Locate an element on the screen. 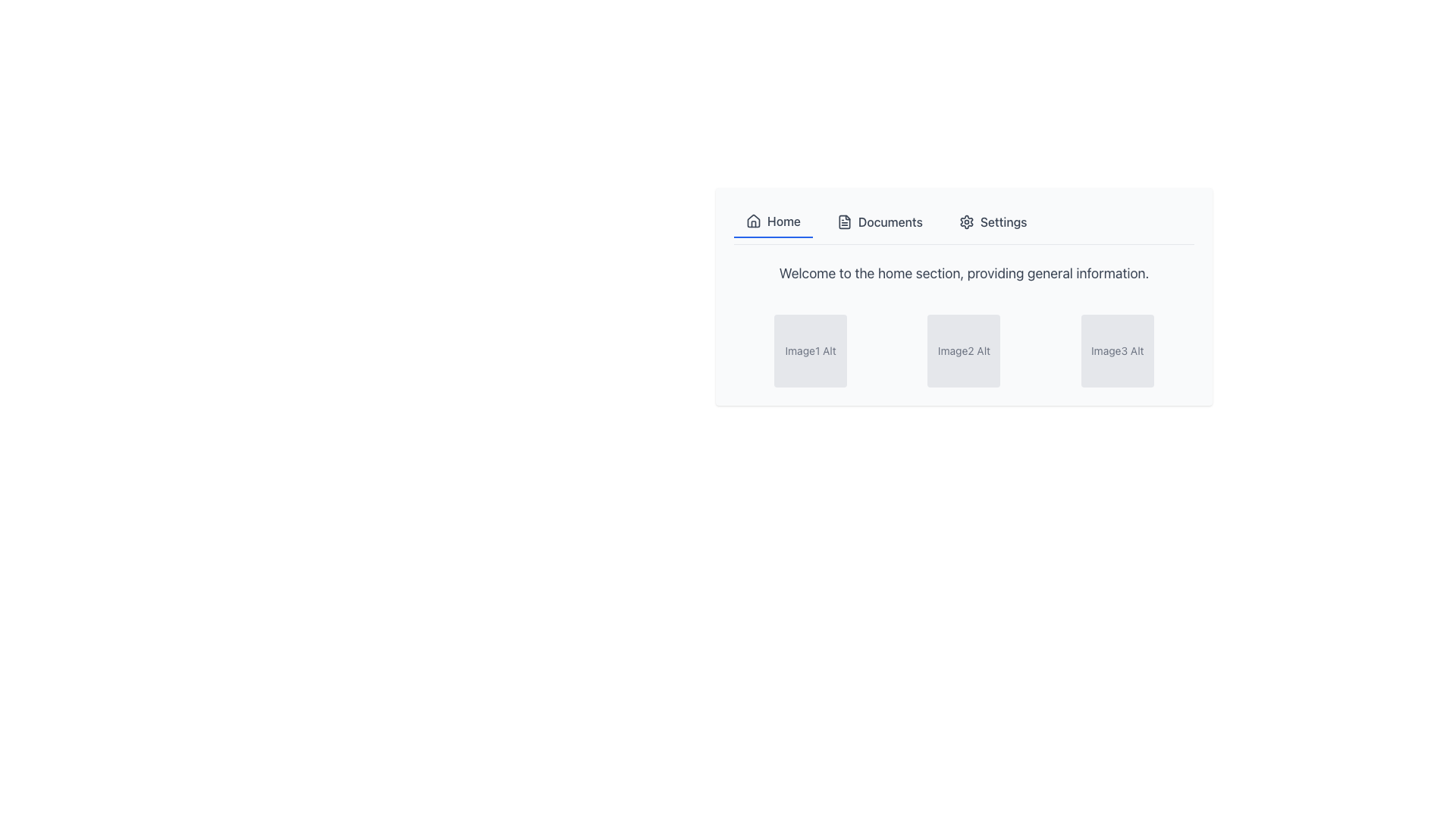  the 'Settings' icon located in the navigation interface, positioned to the right of 'Home' and 'Documents' with the text label 'Settings' below it is located at coordinates (965, 222).